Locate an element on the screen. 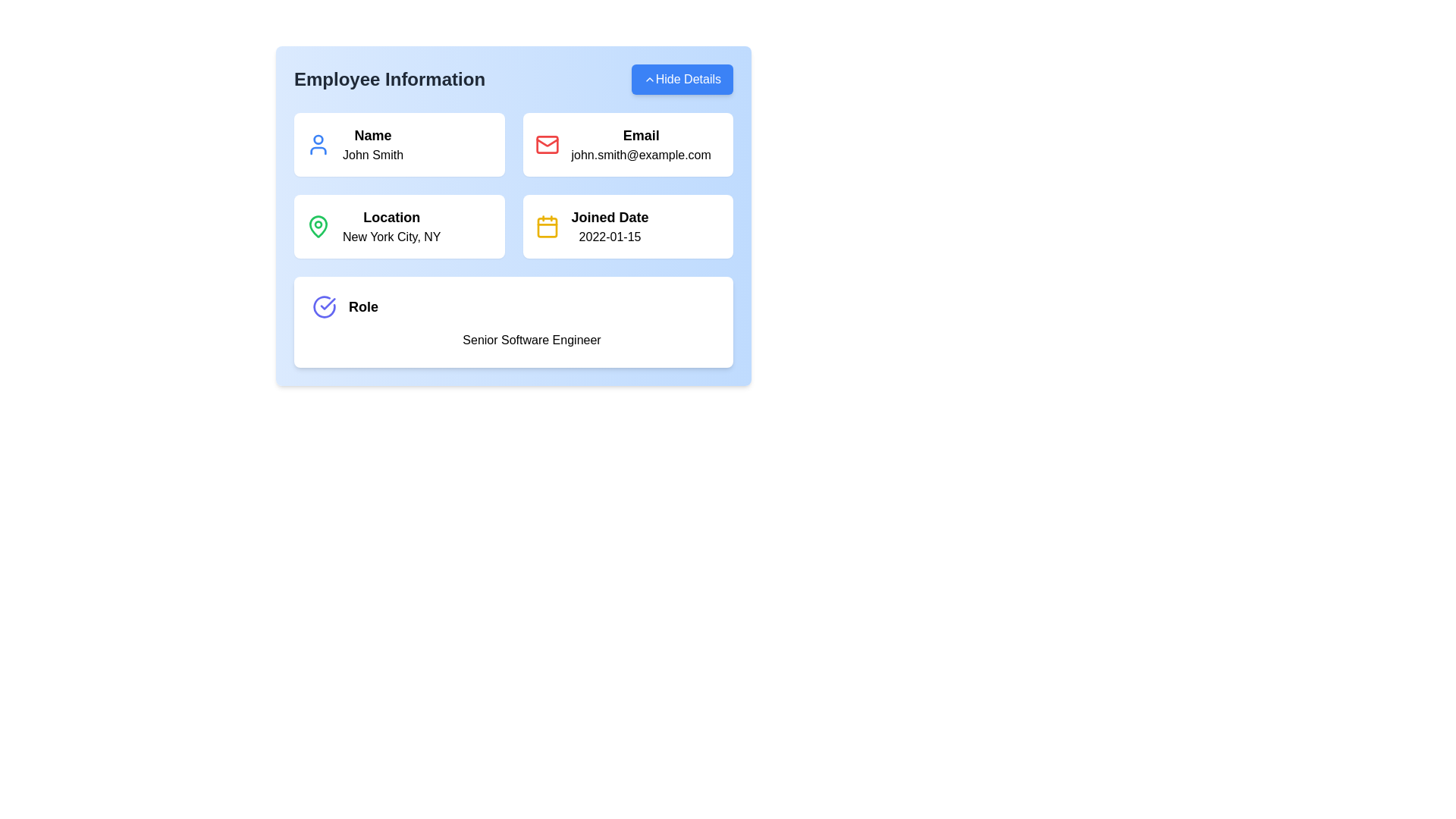  the Text display component that shows 'John Smith' under the bold label 'Name', located in the upper left corner of the 'Employee Information' card is located at coordinates (373, 145).